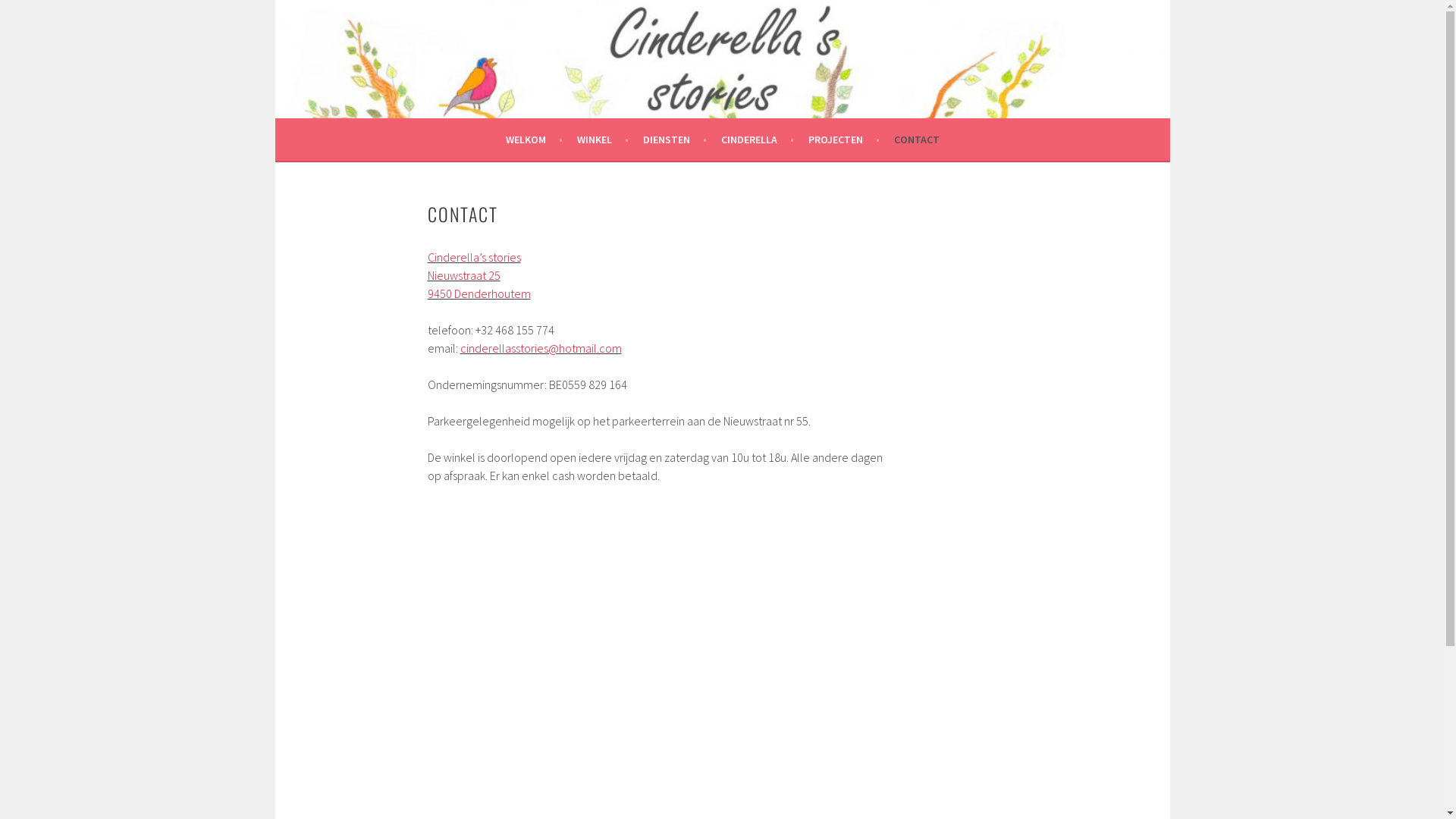 This screenshot has width=1456, height=819. I want to click on 'WELKOM', so click(533, 140).